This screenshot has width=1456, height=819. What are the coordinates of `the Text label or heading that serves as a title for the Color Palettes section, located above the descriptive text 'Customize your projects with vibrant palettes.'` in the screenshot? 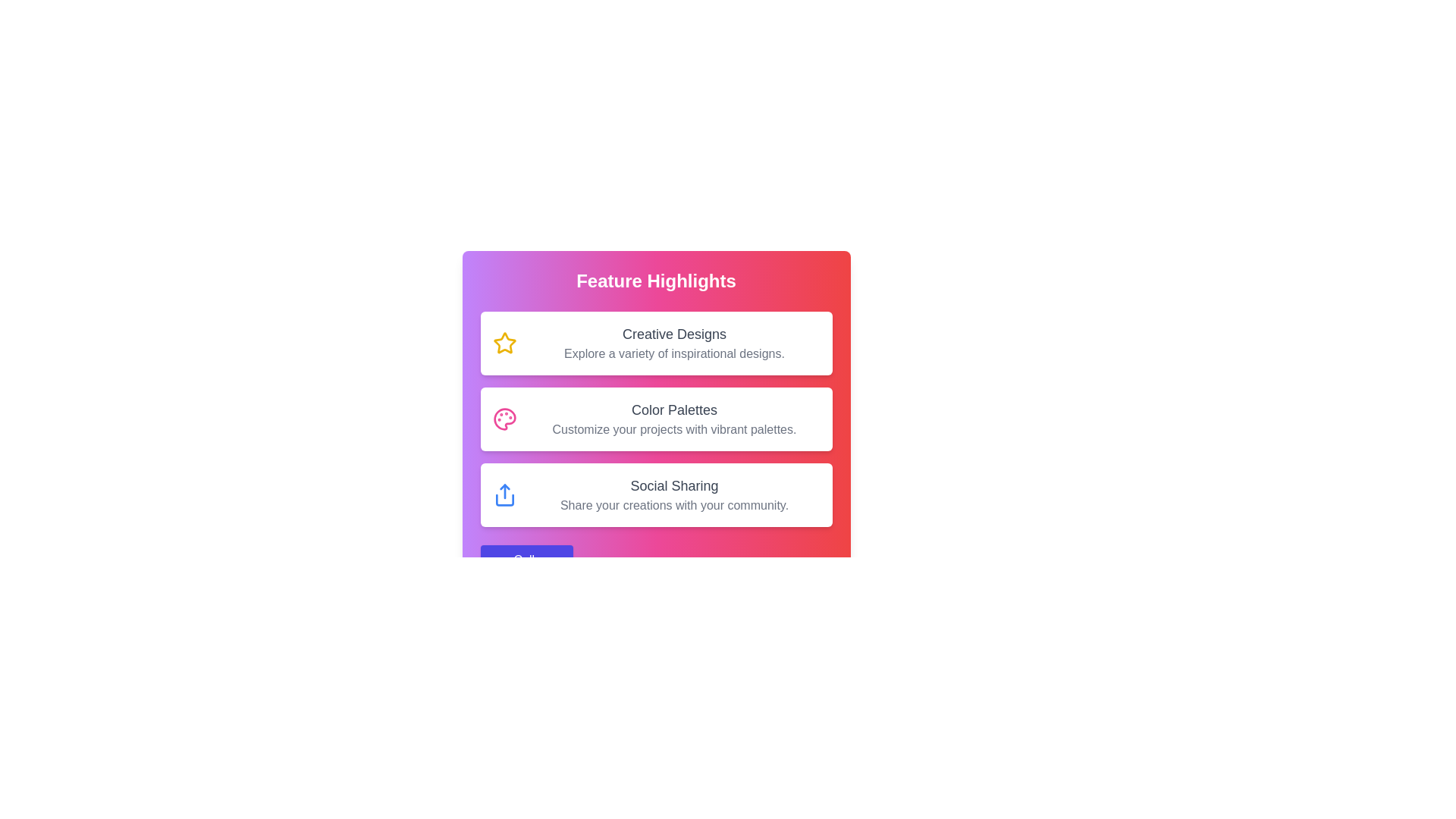 It's located at (673, 409).